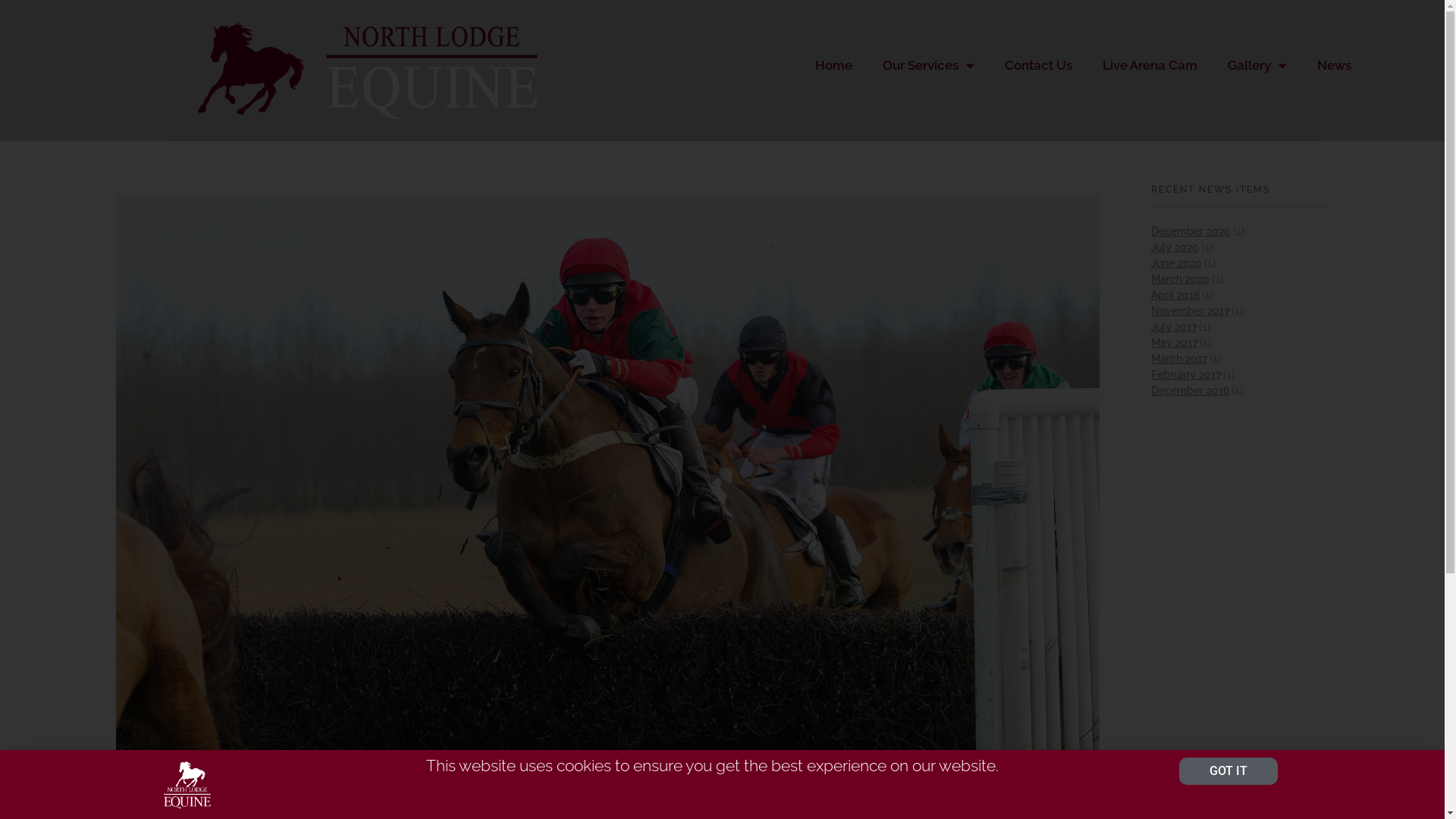 This screenshot has height=819, width=1456. I want to click on 'February 2017', so click(1185, 374).